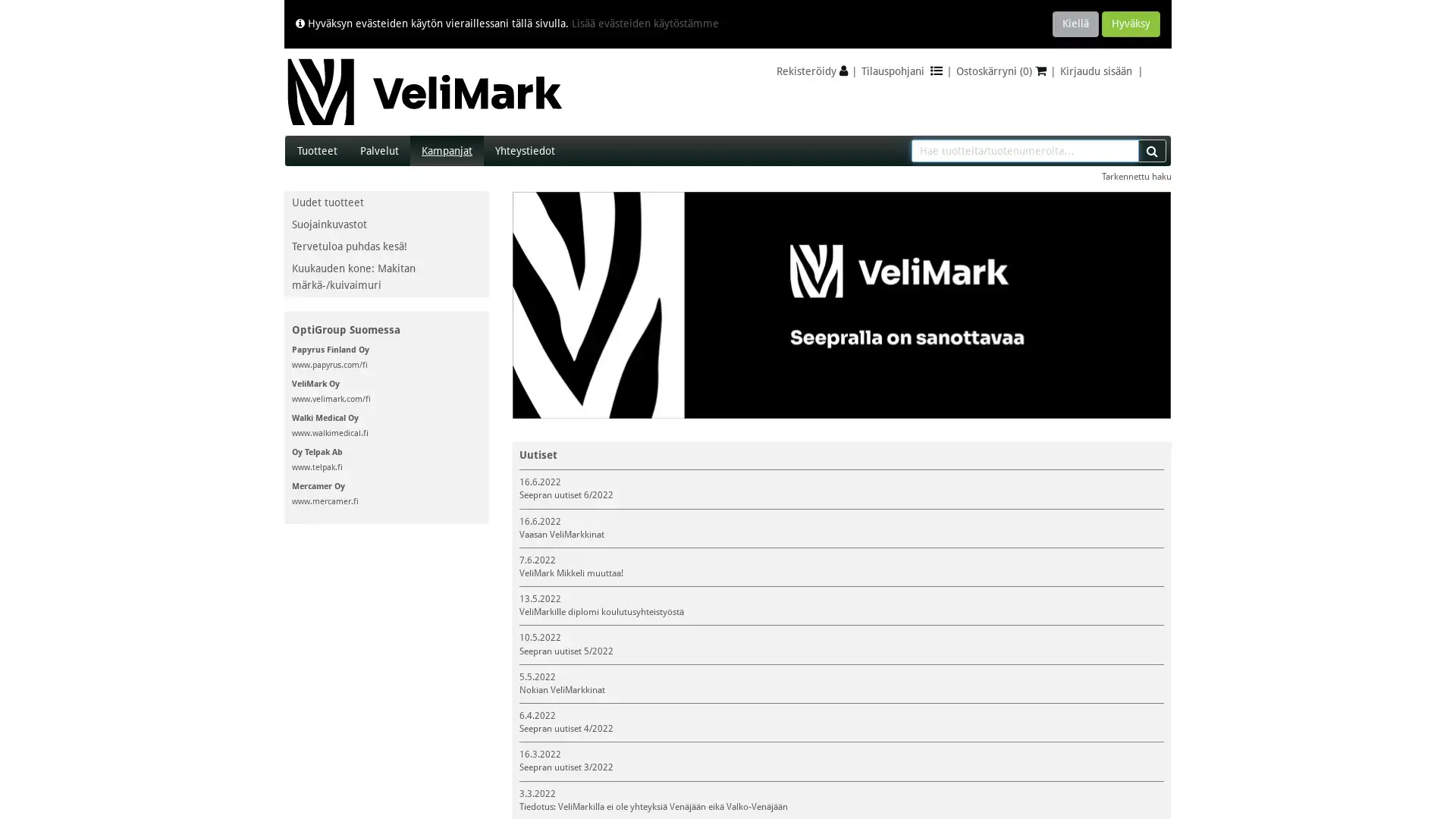 This screenshot has width=1456, height=819. Describe the element at coordinates (1131, 24) in the screenshot. I see `Hyvaksy` at that location.